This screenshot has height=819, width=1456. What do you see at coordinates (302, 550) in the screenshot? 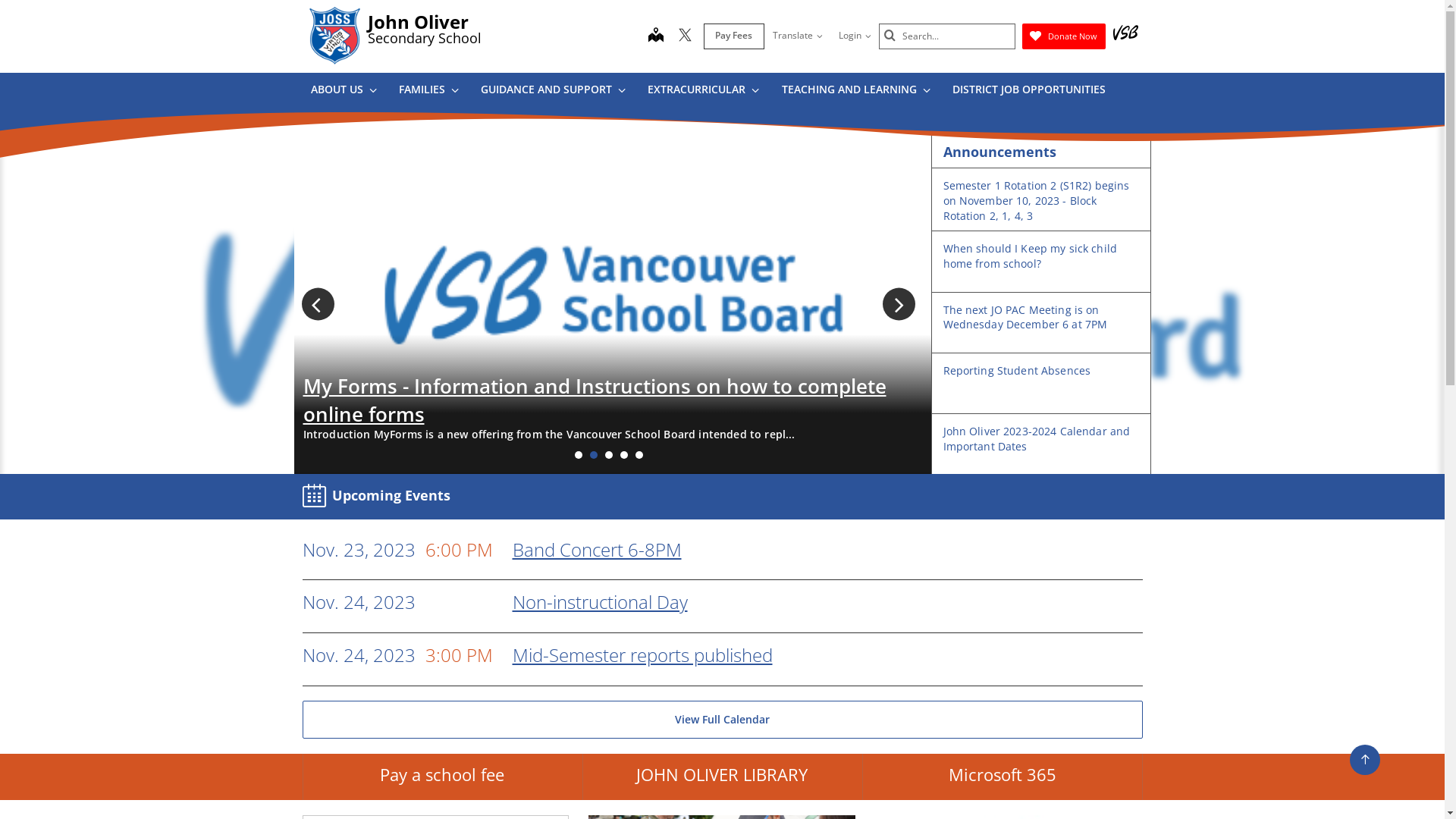
I see `'Nov. 23, 2023'` at bounding box center [302, 550].